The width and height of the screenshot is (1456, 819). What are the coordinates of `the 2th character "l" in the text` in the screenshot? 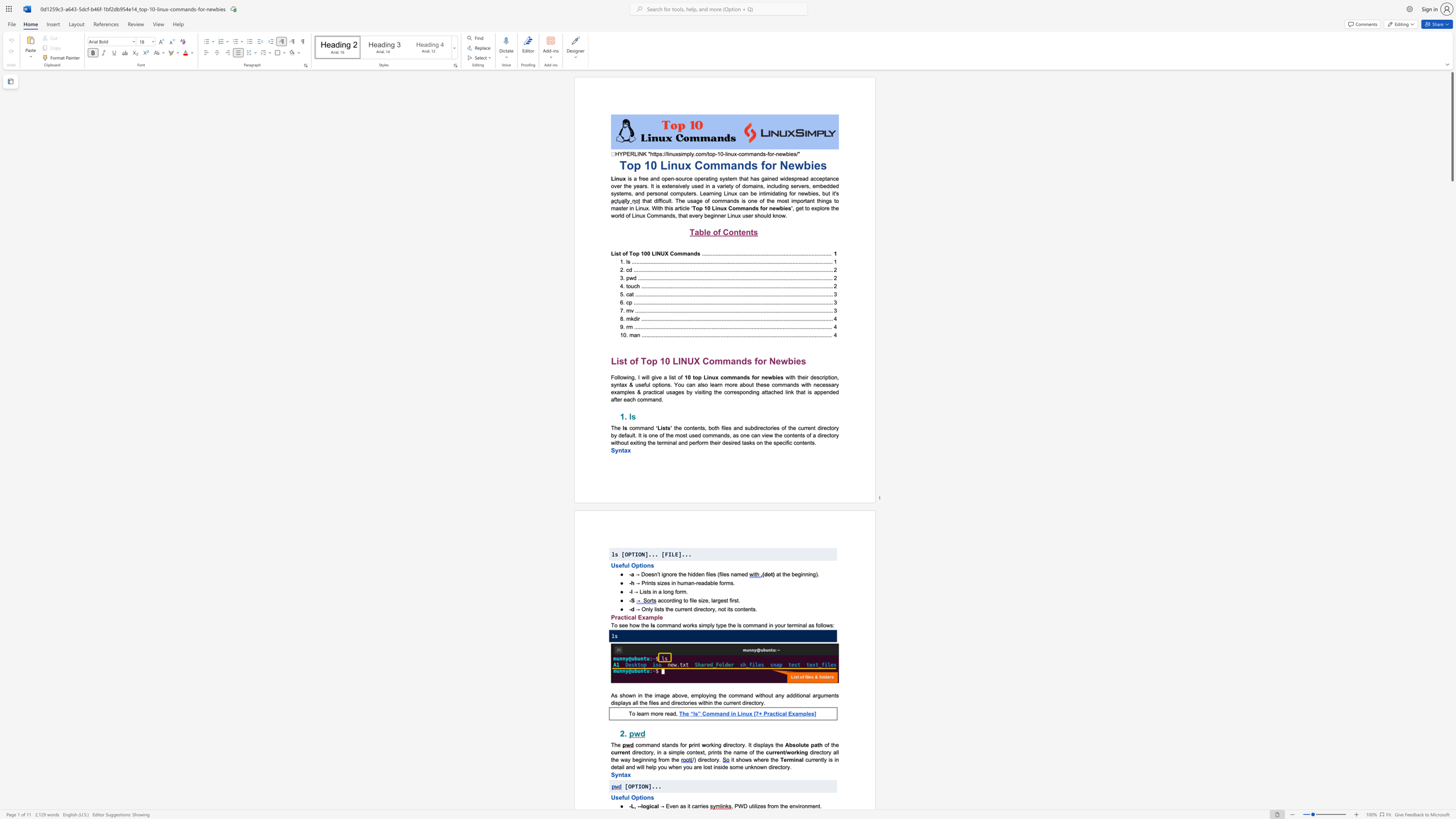 It's located at (657, 806).